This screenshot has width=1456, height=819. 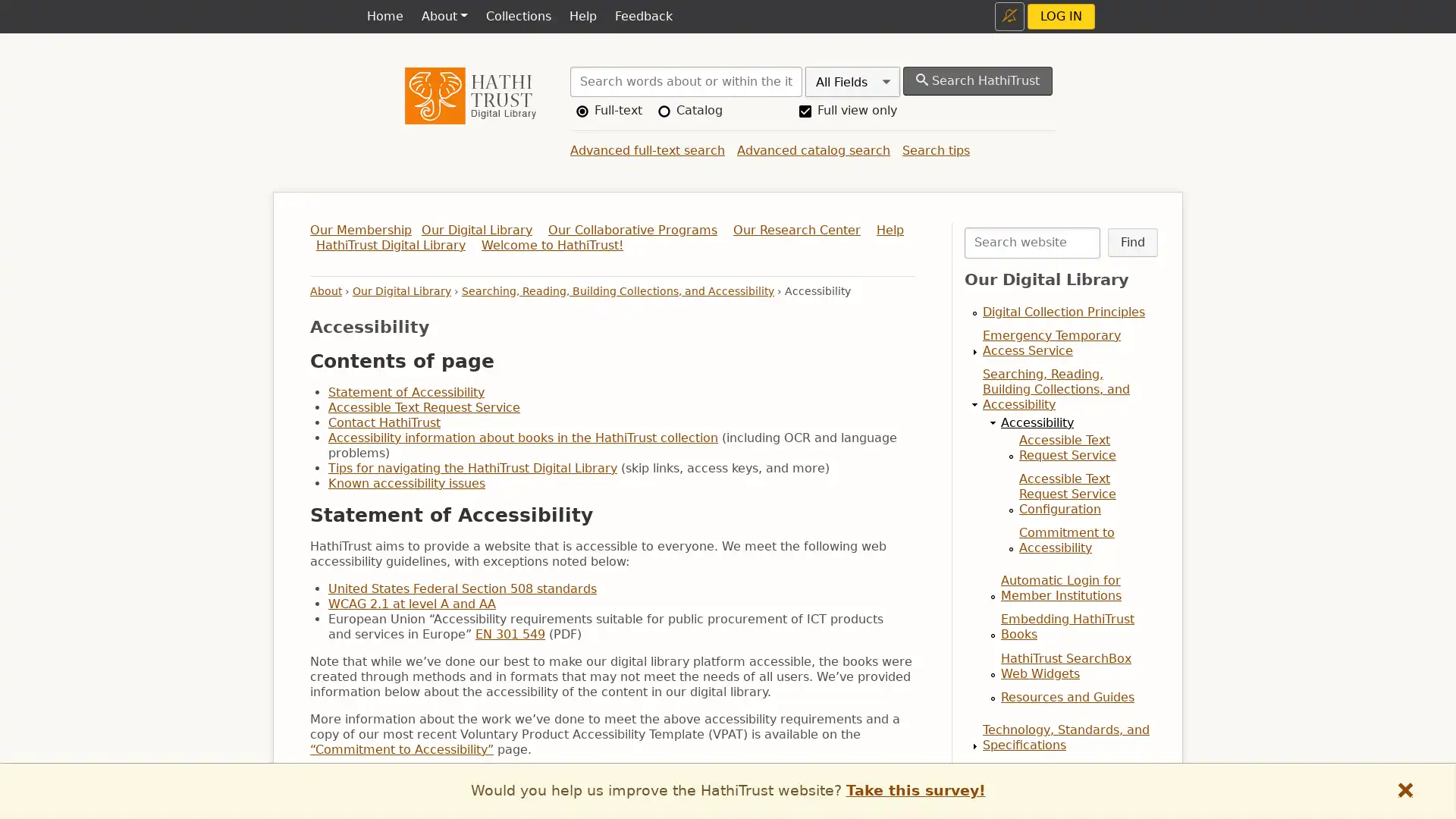 What do you see at coordinates (977, 81) in the screenshot?
I see `Search HathiTrust` at bounding box center [977, 81].